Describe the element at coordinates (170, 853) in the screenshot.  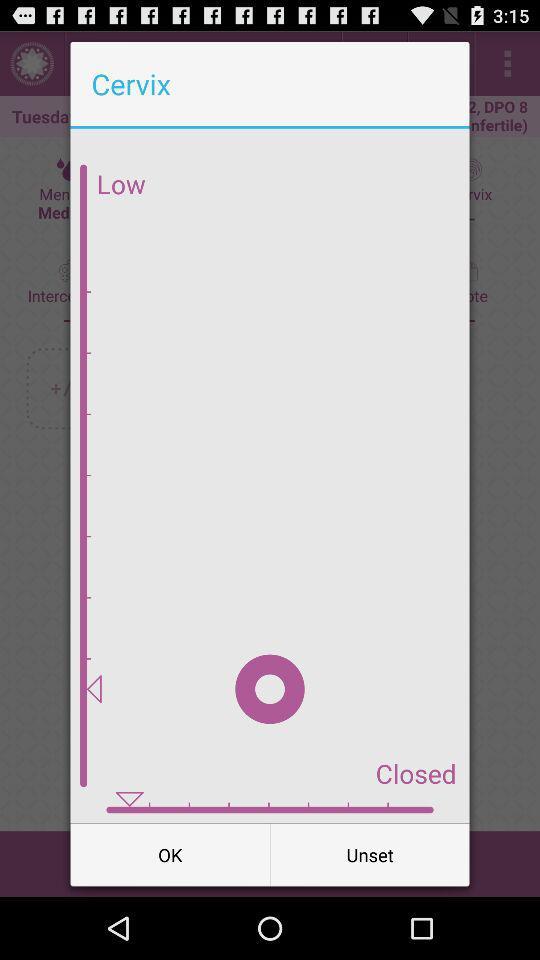
I see `the ok icon` at that location.